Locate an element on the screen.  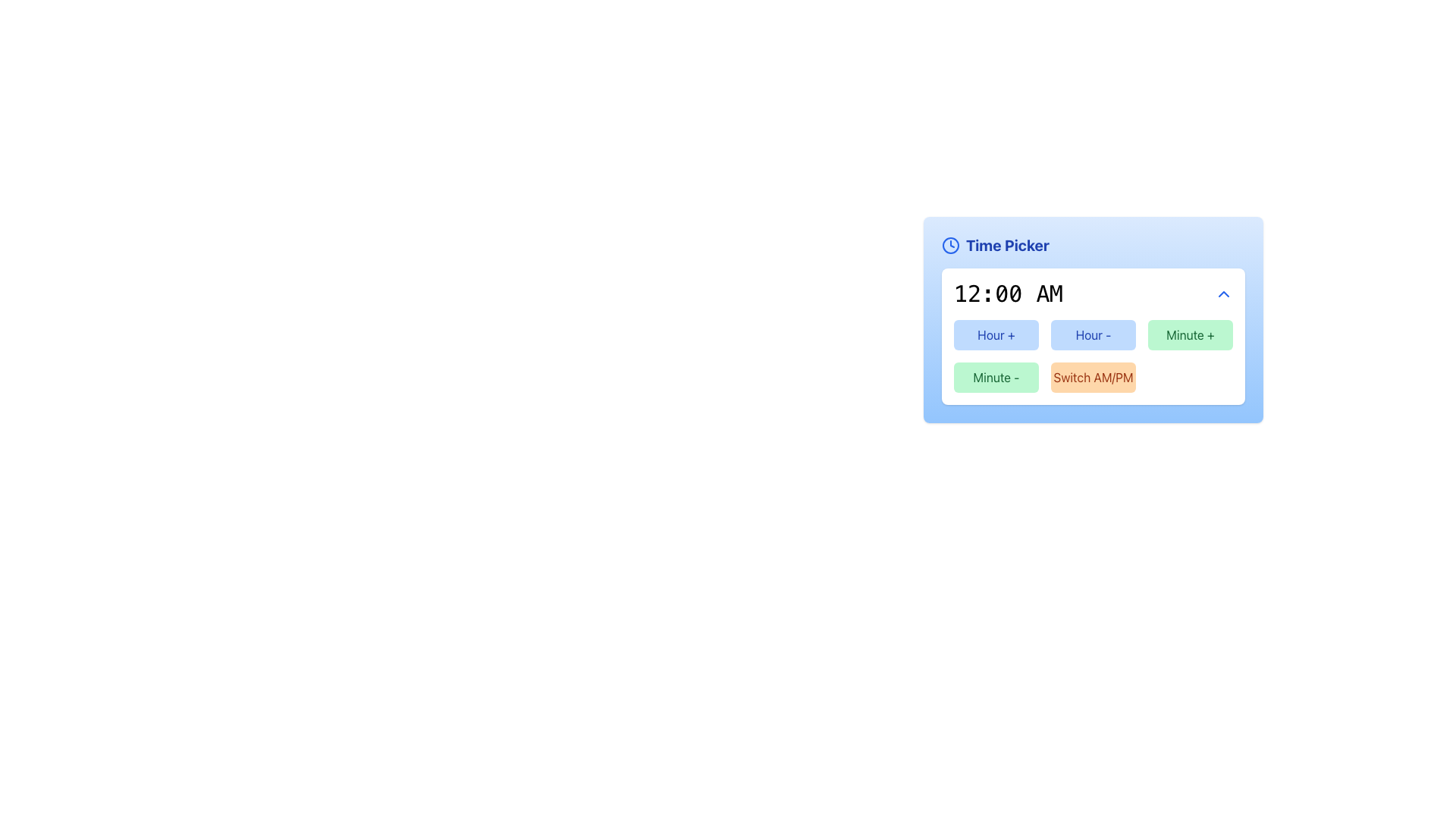
the increment button located to the right of the time text '12:00 AM' in the 'Time Picker' interface is located at coordinates (1223, 294).